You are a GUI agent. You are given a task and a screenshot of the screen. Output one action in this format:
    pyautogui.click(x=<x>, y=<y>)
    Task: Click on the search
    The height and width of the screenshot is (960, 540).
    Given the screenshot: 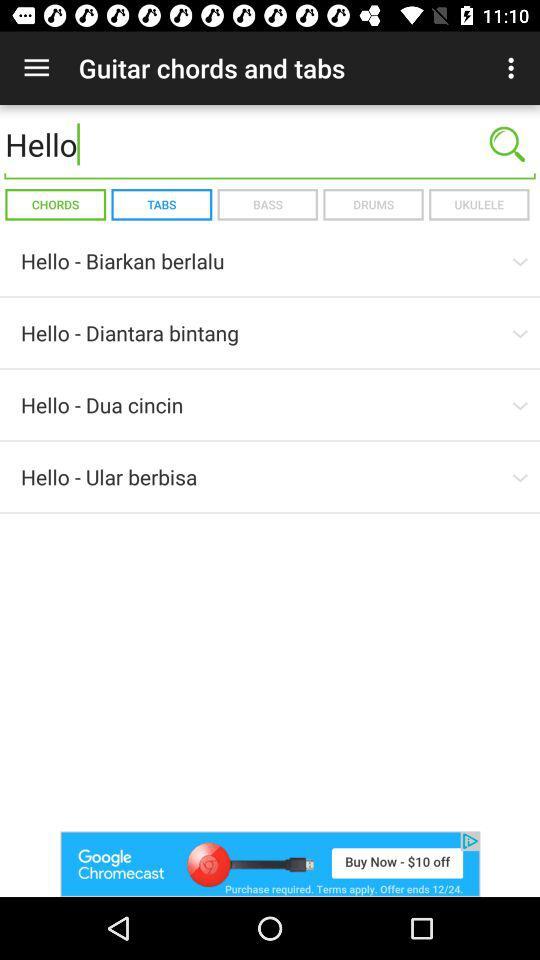 What is the action you would take?
    pyautogui.click(x=507, y=143)
    